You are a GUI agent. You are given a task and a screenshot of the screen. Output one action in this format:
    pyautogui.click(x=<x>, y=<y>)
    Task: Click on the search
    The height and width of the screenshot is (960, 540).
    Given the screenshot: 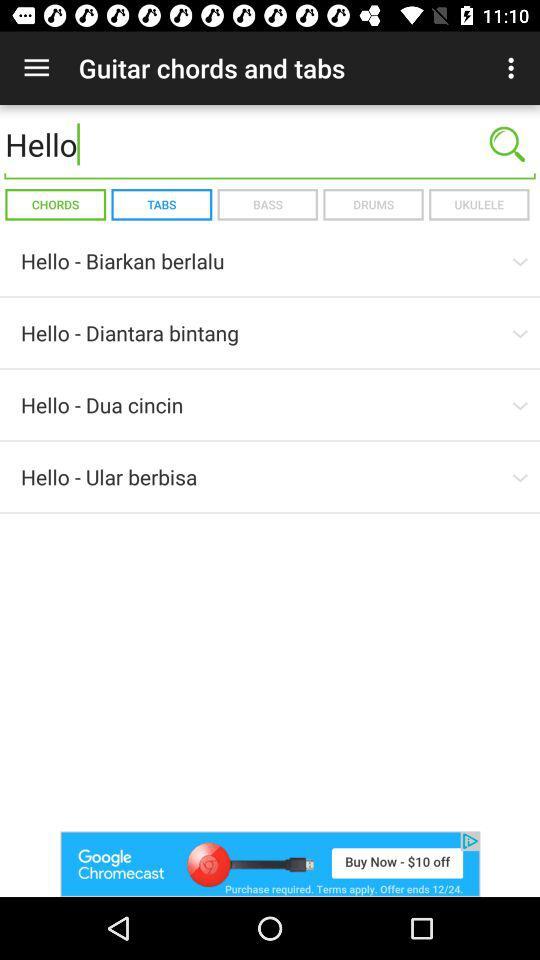 What is the action you would take?
    pyautogui.click(x=507, y=143)
    